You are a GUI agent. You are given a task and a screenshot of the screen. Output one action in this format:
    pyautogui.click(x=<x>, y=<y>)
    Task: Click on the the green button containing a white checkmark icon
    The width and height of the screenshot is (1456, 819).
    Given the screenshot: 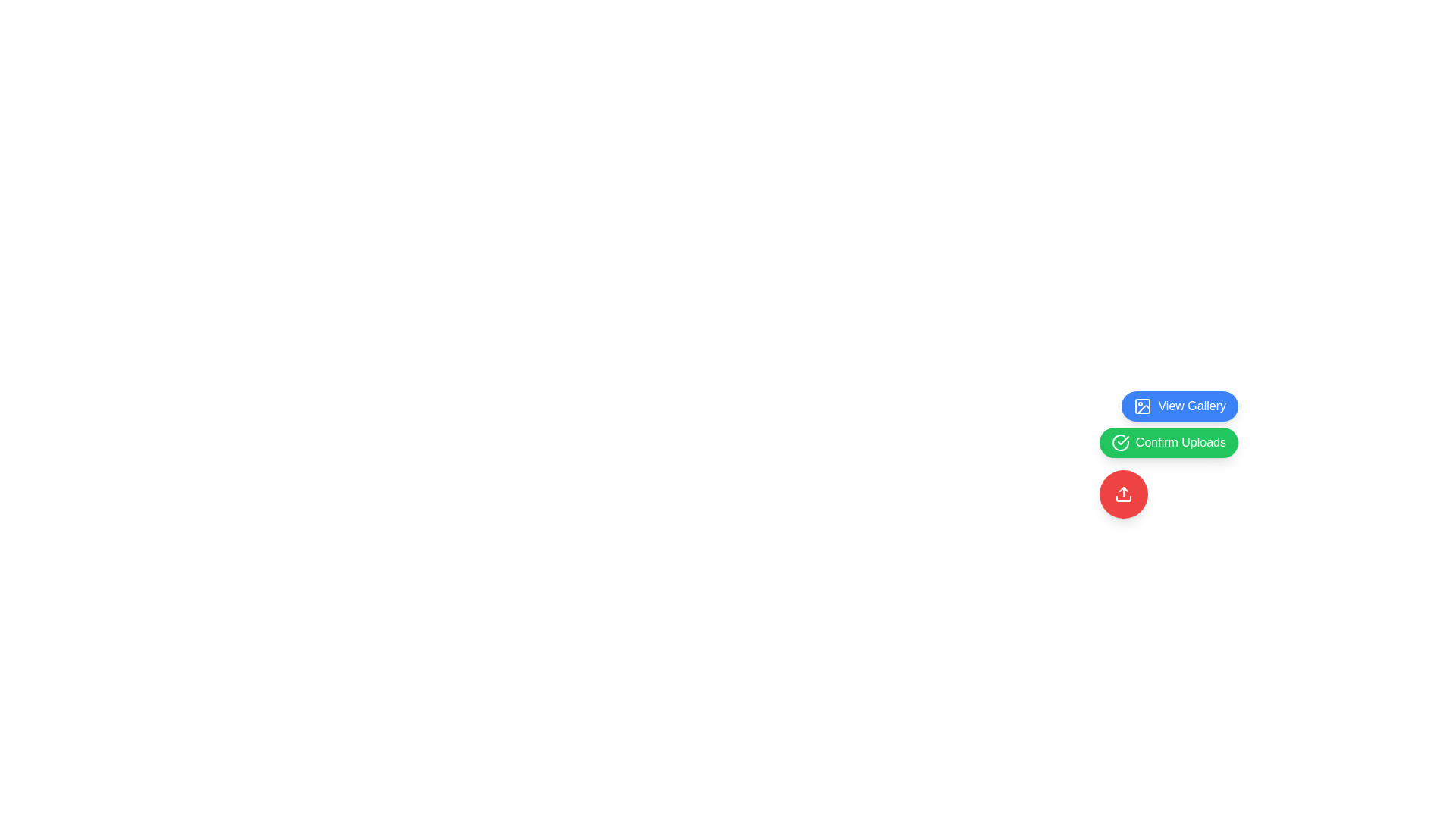 What is the action you would take?
    pyautogui.click(x=1123, y=441)
    